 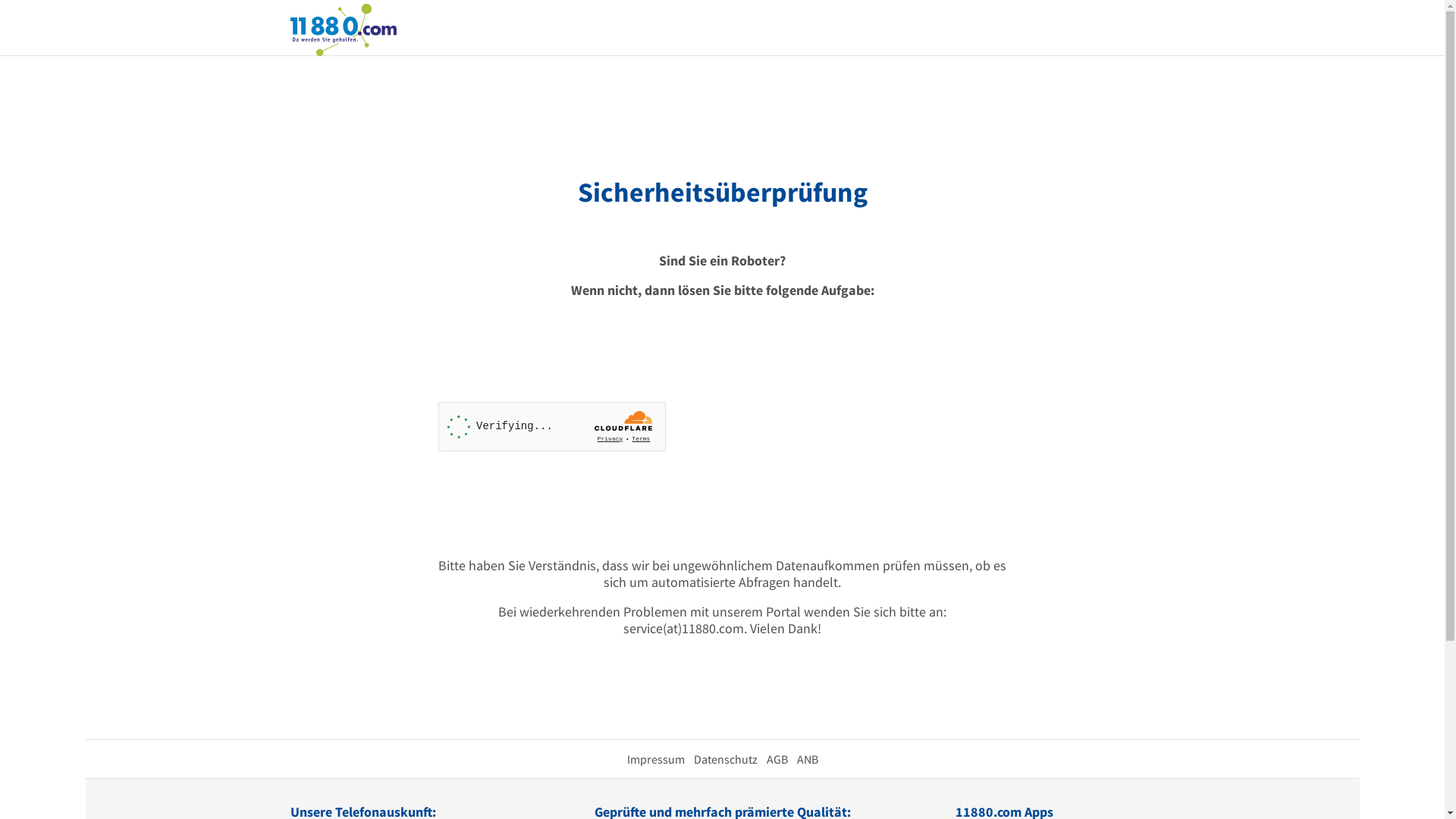 What do you see at coordinates (655, 759) in the screenshot?
I see `'Impressum'` at bounding box center [655, 759].